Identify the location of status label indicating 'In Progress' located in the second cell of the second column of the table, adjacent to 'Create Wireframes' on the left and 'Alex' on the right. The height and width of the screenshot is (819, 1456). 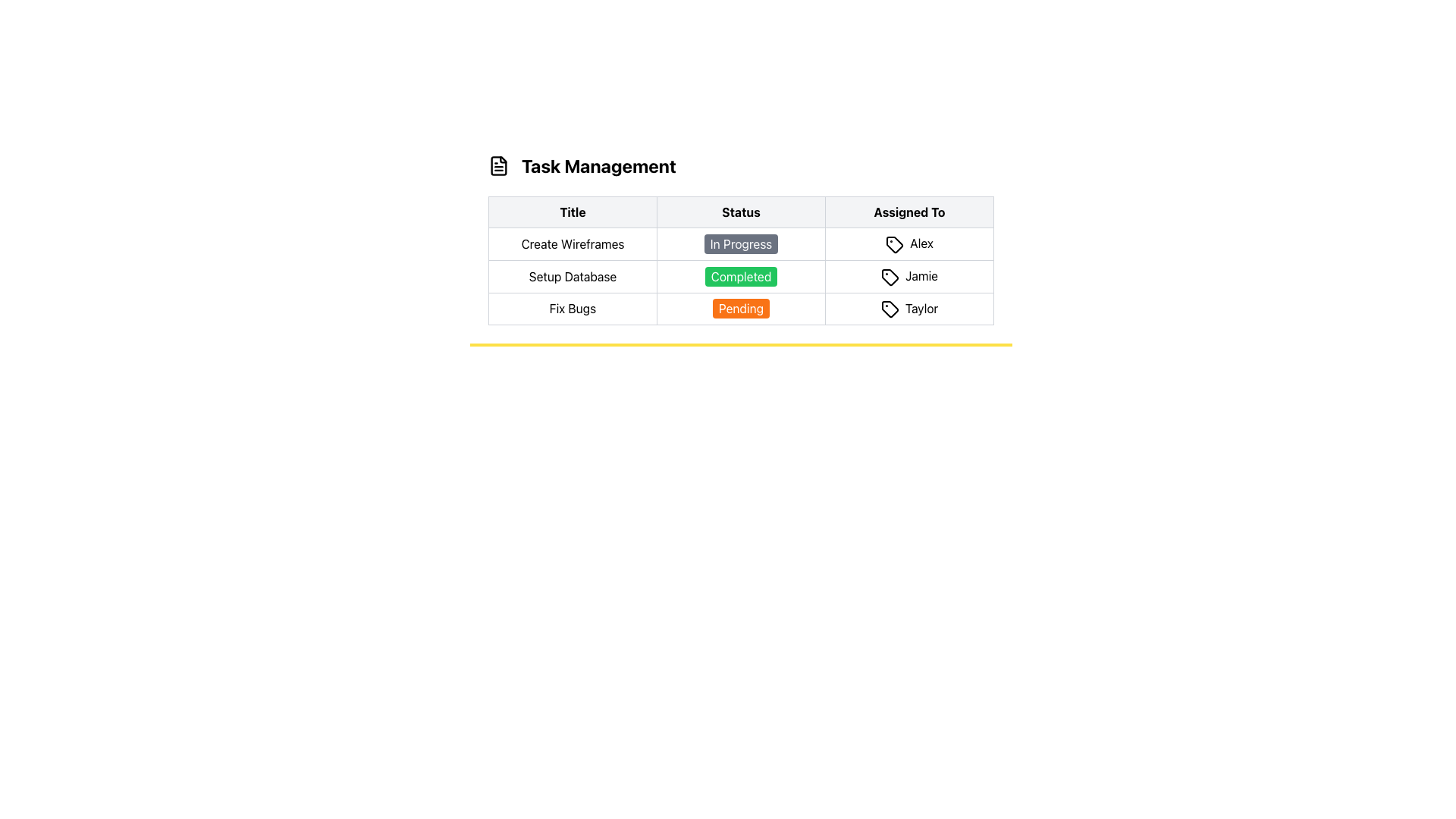
(741, 243).